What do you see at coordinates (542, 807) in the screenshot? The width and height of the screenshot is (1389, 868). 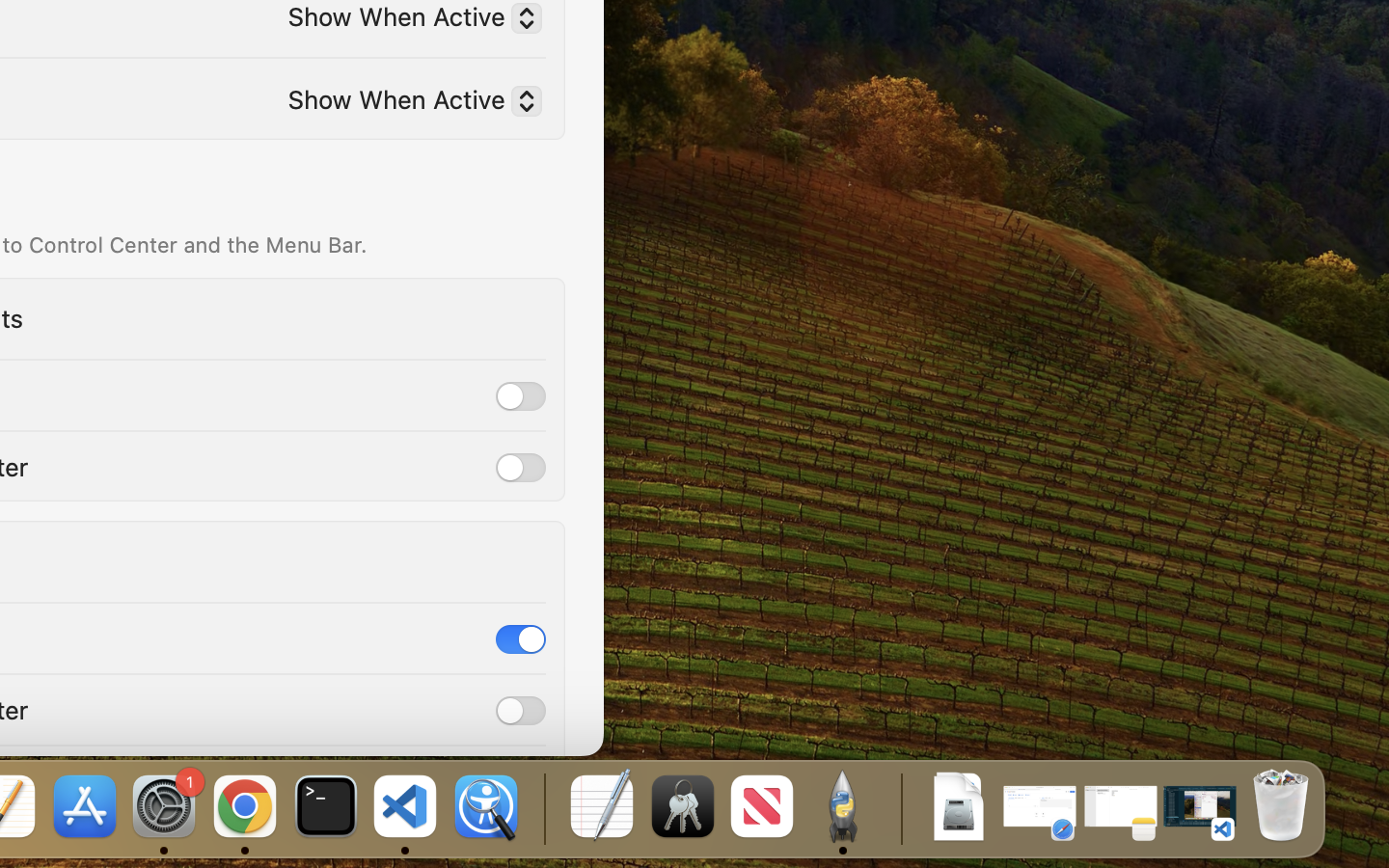 I see `'0.4285714328289032'` at bounding box center [542, 807].